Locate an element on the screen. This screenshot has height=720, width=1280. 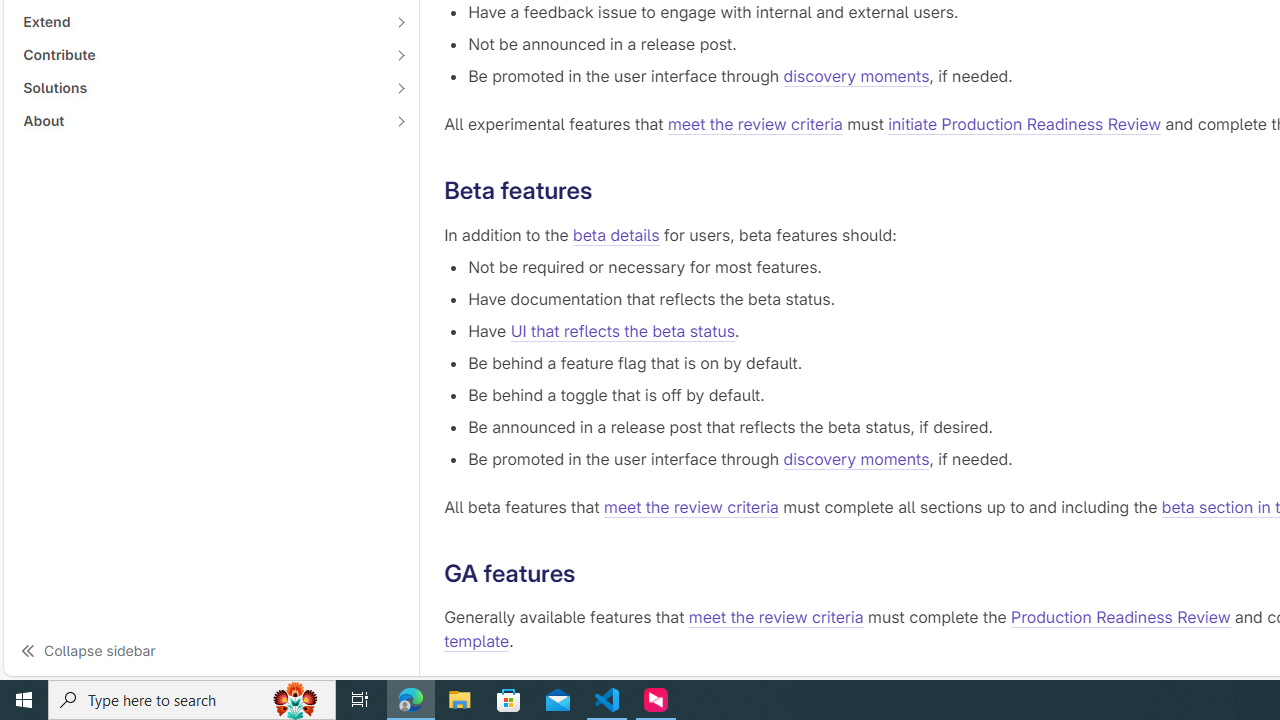
'meet the review criteria' is located at coordinates (775, 617).